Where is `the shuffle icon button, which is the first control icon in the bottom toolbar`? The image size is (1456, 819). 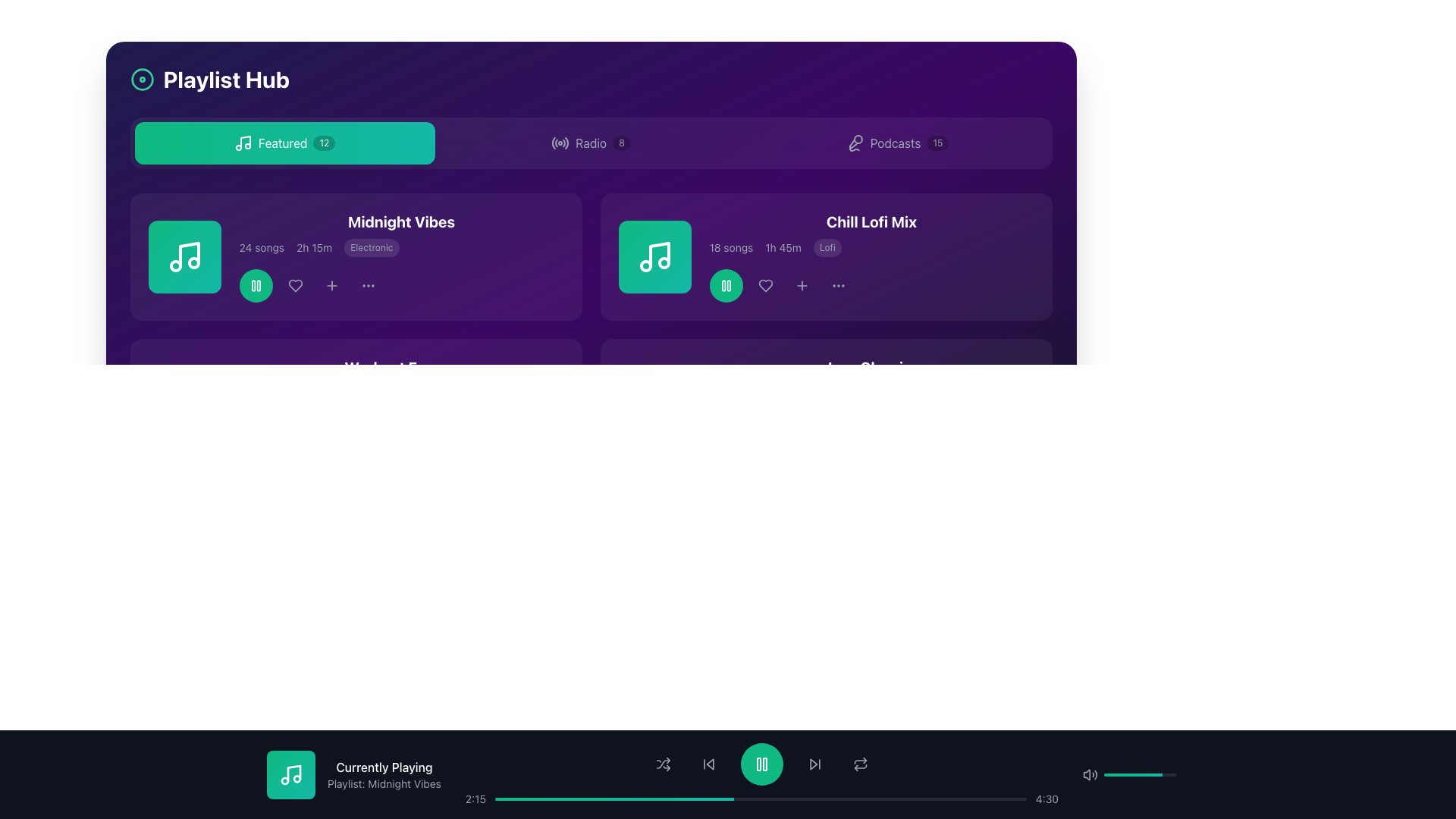 the shuffle icon button, which is the first control icon in the bottom toolbar is located at coordinates (663, 764).